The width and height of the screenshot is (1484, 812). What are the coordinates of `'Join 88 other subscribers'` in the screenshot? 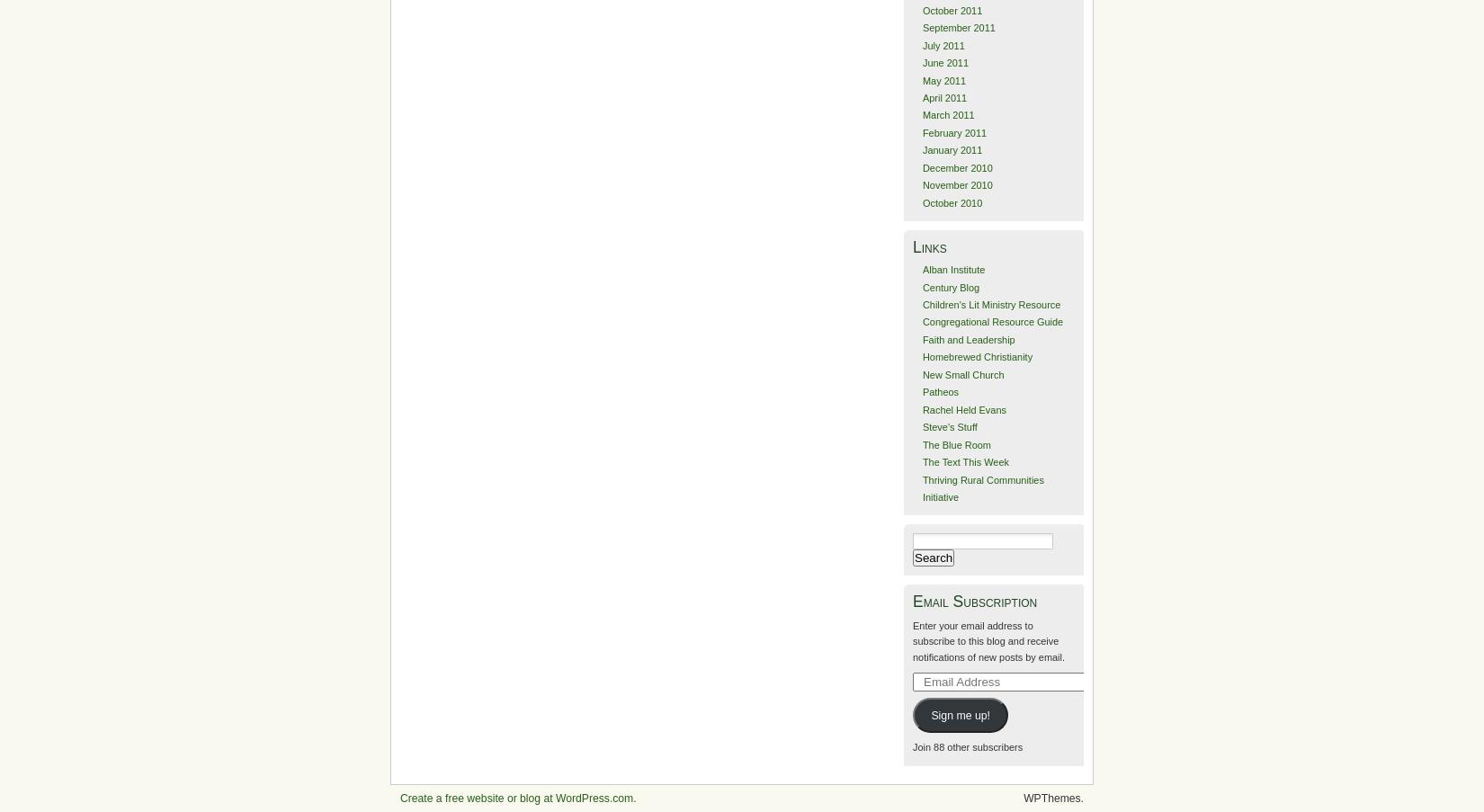 It's located at (967, 746).